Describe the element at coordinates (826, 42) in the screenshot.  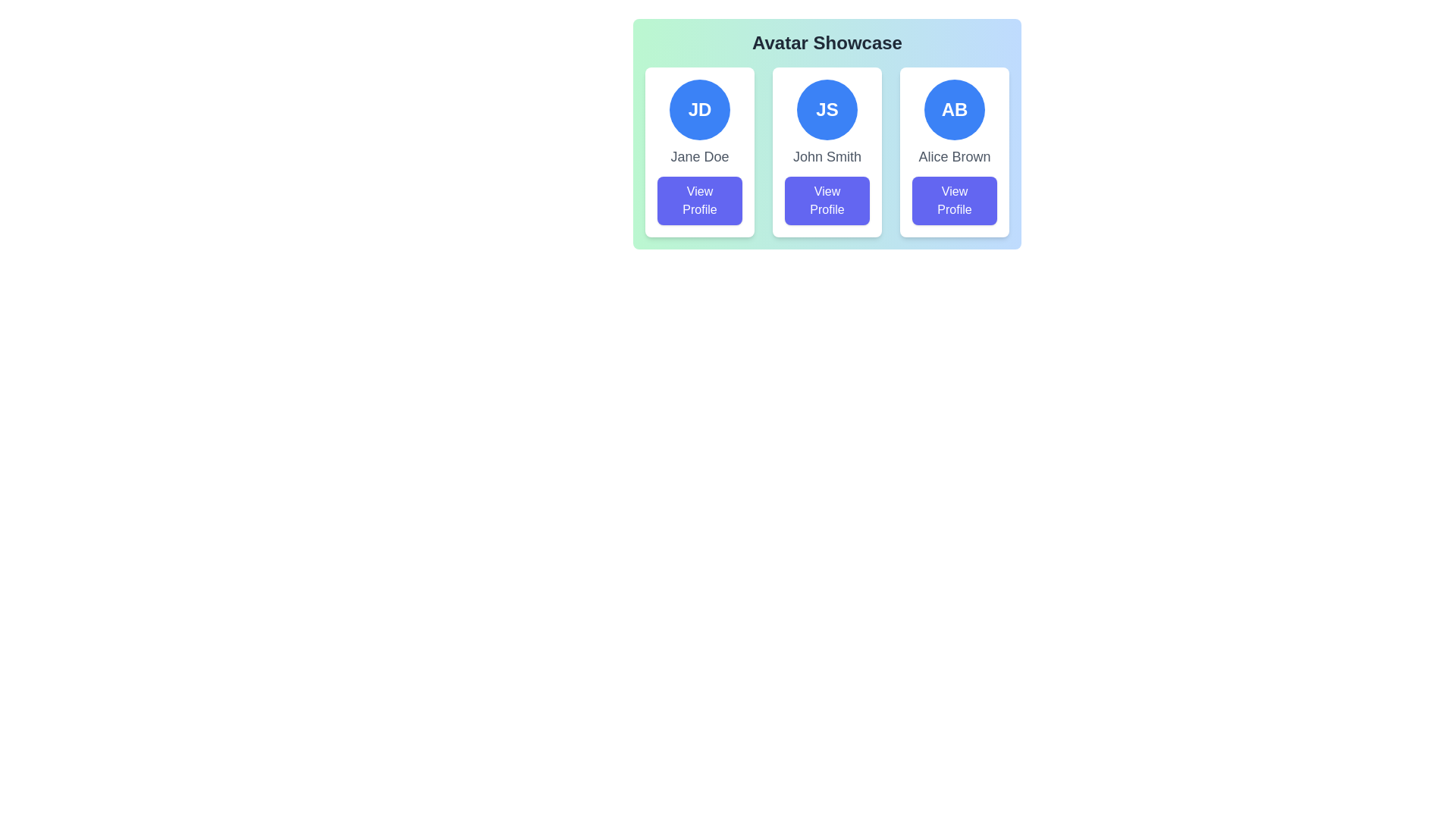
I see `the Text Header, which serves as a title for the content below it in the gradient-colored card` at that location.